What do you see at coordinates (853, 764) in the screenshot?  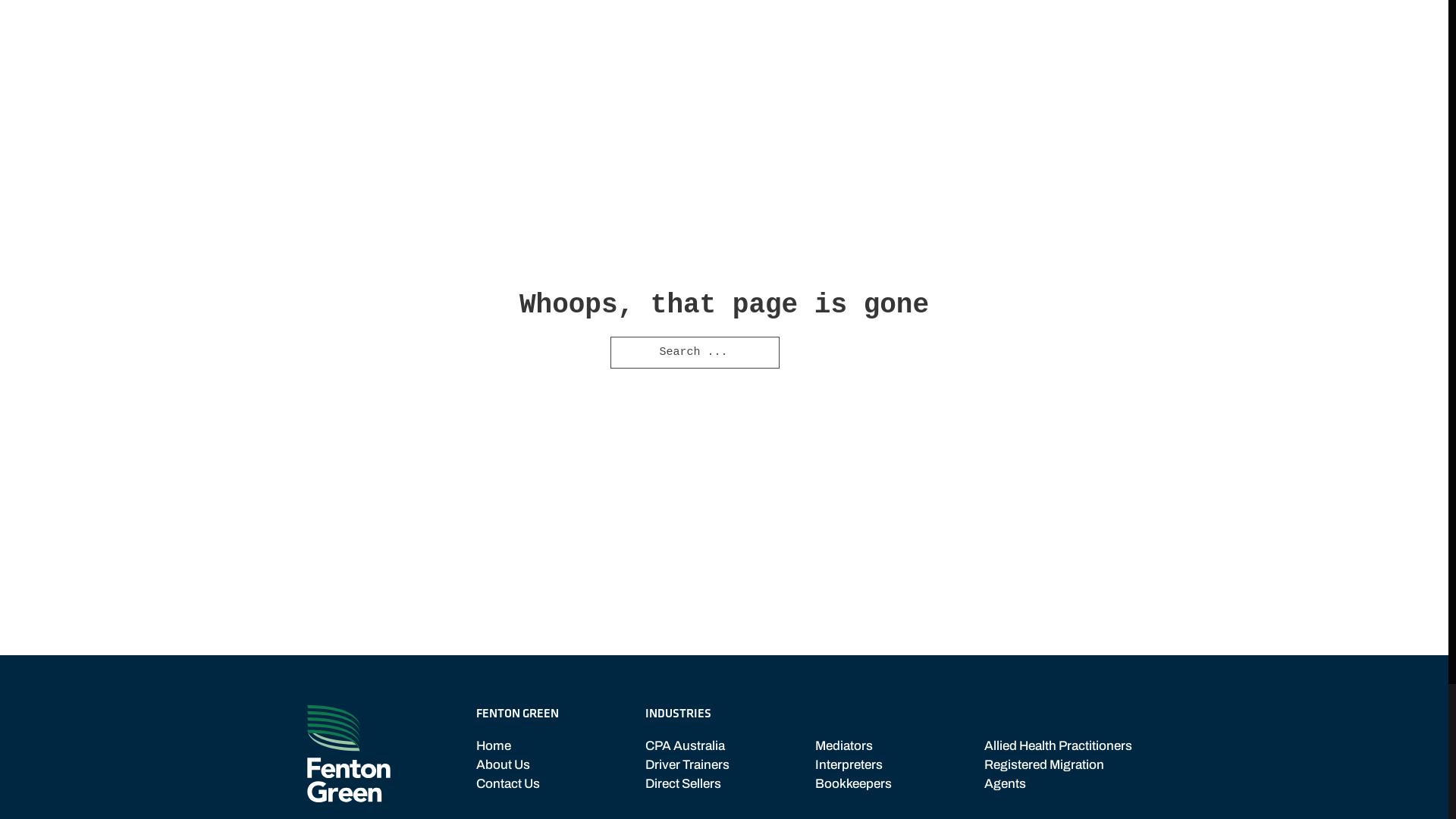 I see `'Interpreters'` at bounding box center [853, 764].